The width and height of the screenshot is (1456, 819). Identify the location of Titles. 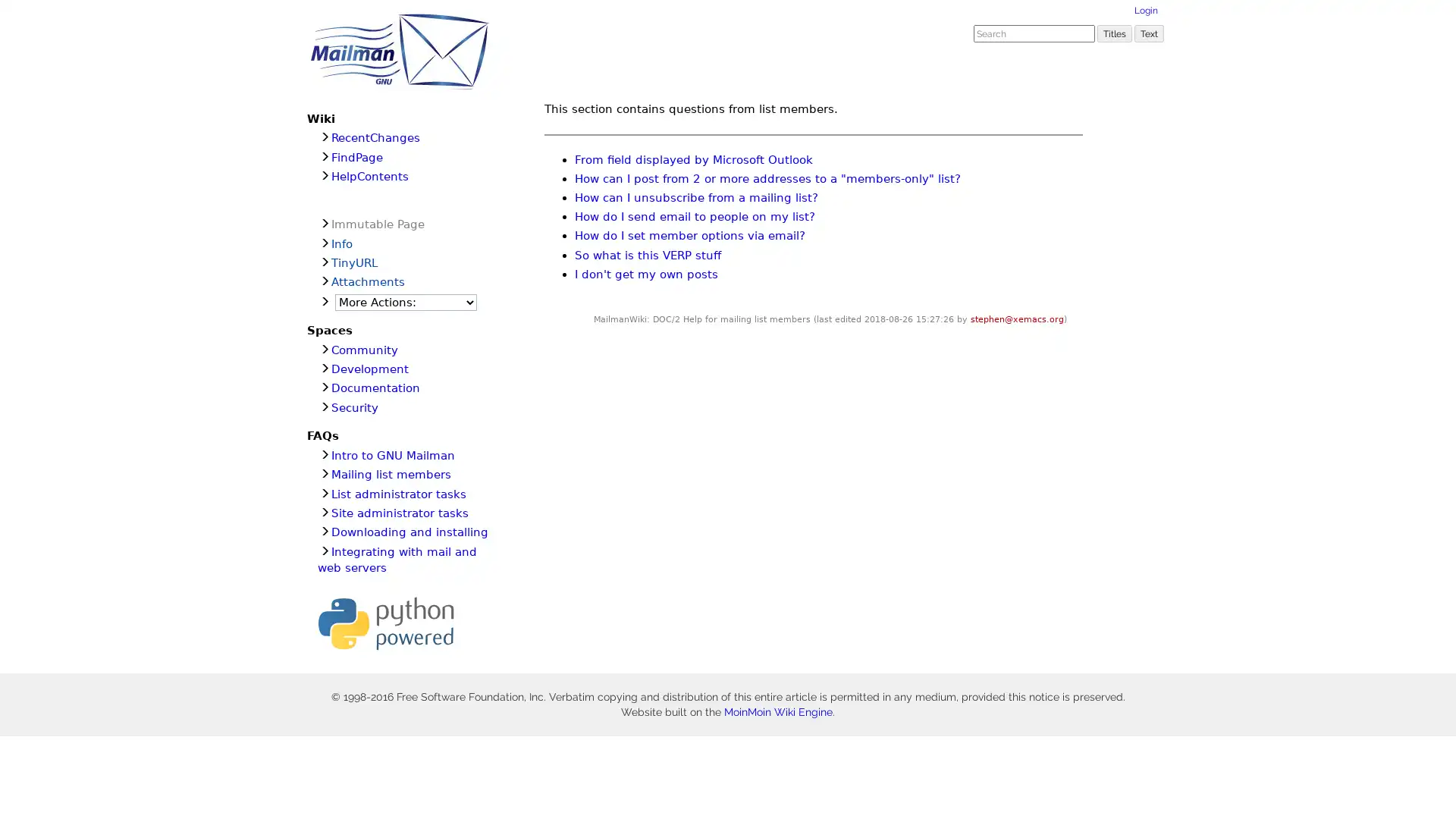
(1114, 33).